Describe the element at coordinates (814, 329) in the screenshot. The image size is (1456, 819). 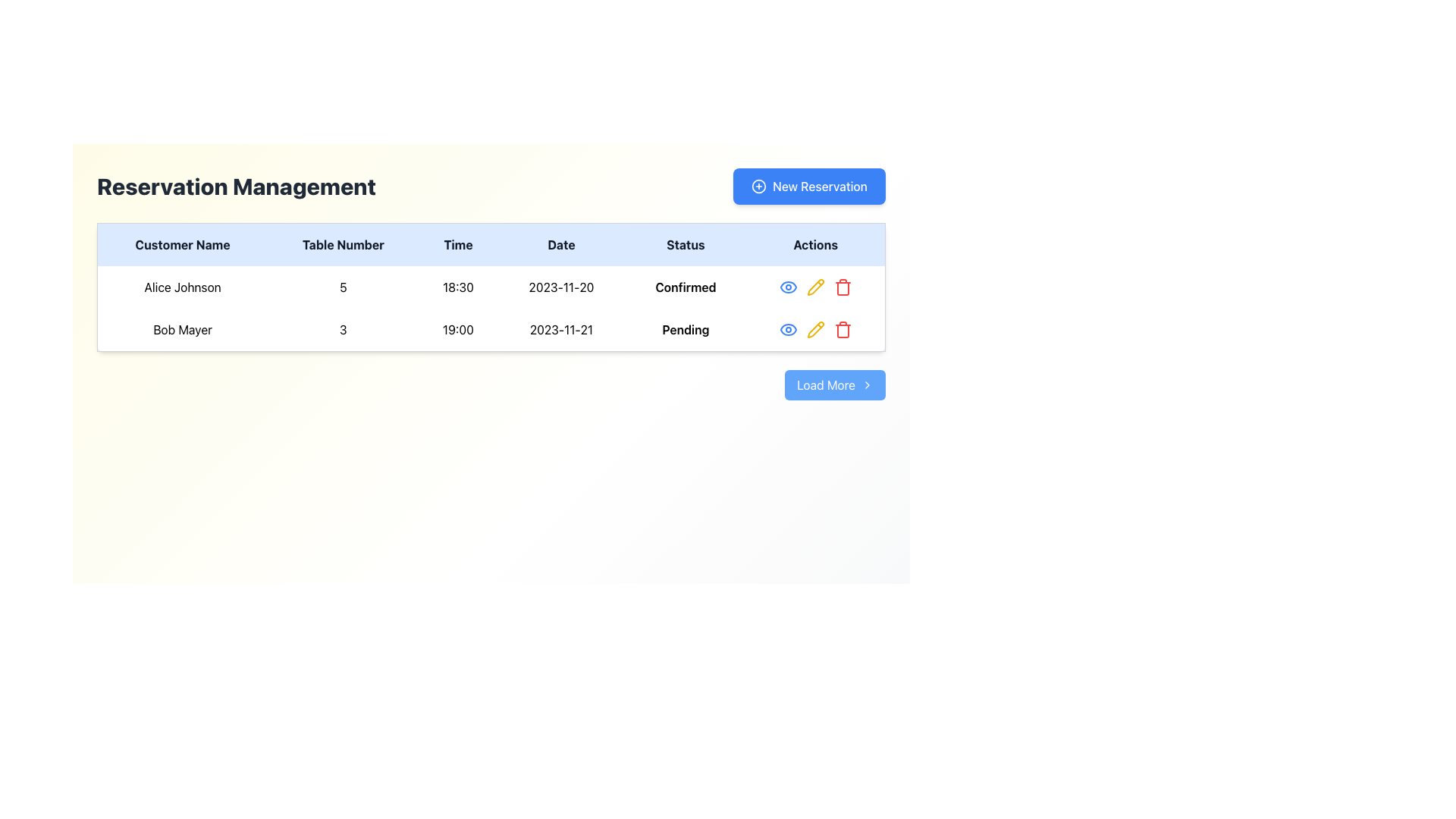
I see `the yellow pencil icon button in the 'Actions' column of the table row for the customer 'Bob Mayer', which is the second icon in a sequence of three, located in the middle of the 'Reservation Management' section` at that location.